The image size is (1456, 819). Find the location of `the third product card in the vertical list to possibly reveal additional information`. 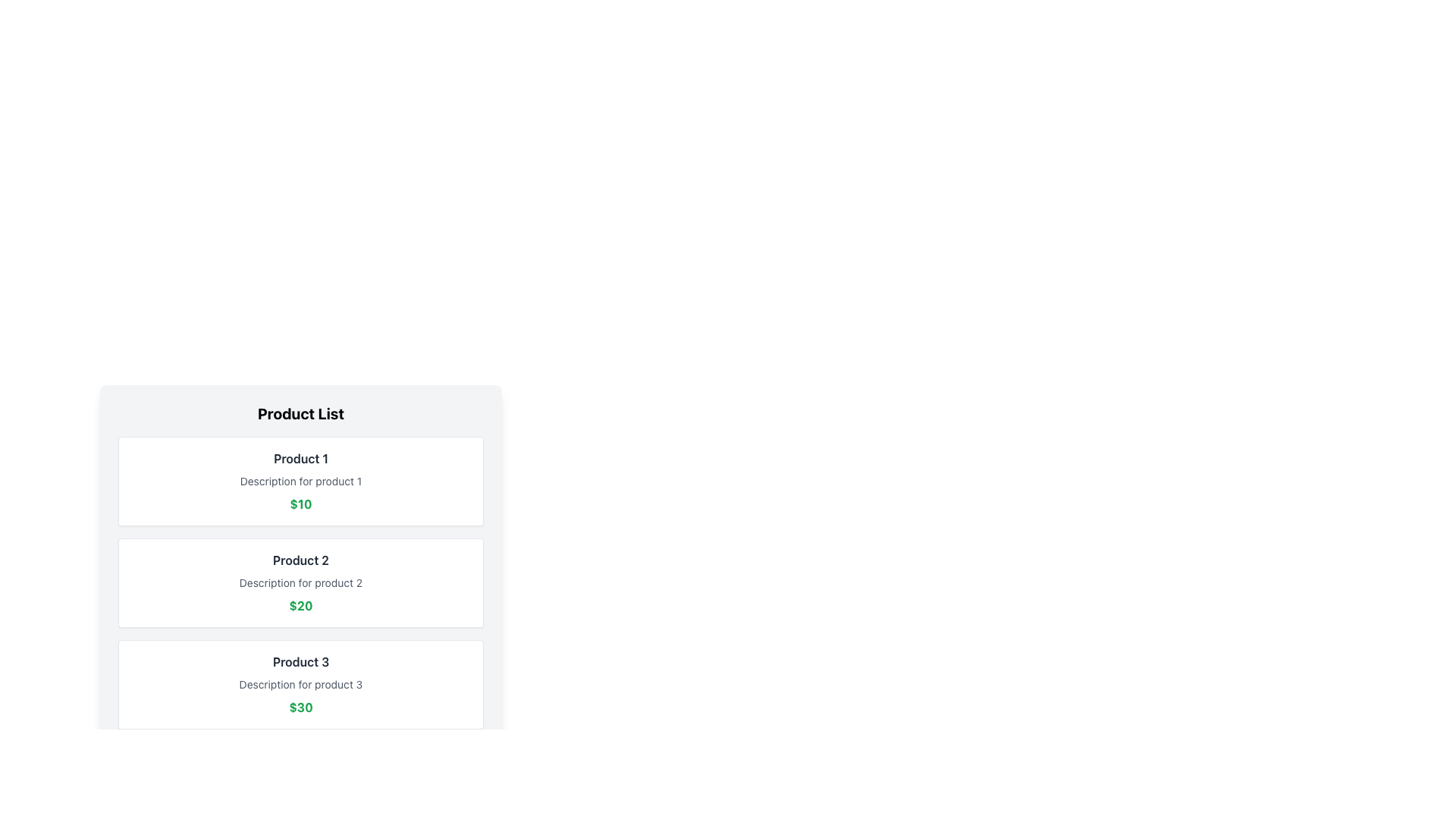

the third product card in the vertical list to possibly reveal additional information is located at coordinates (301, 684).